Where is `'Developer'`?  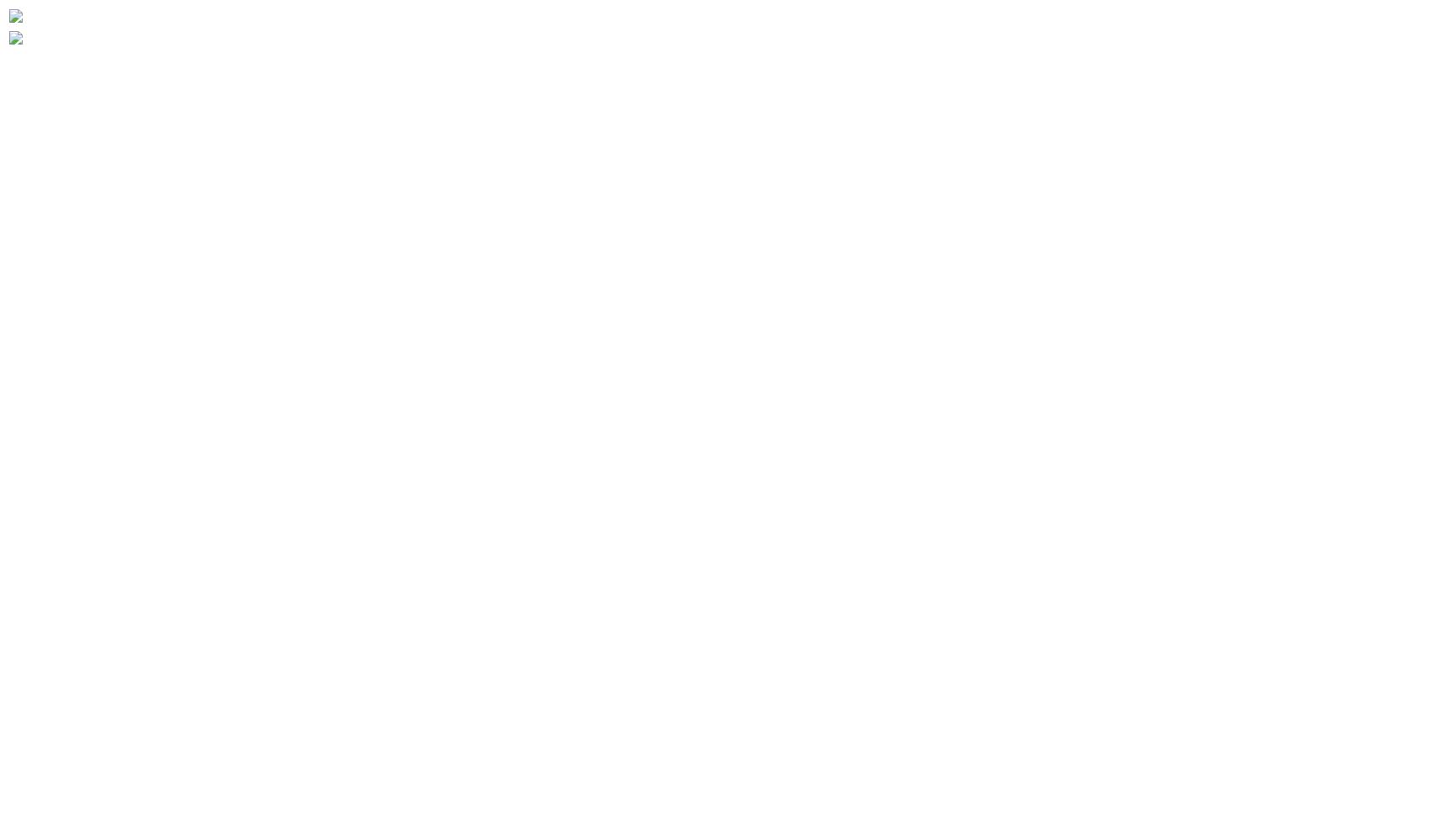
'Developer' is located at coordinates (37, 591).